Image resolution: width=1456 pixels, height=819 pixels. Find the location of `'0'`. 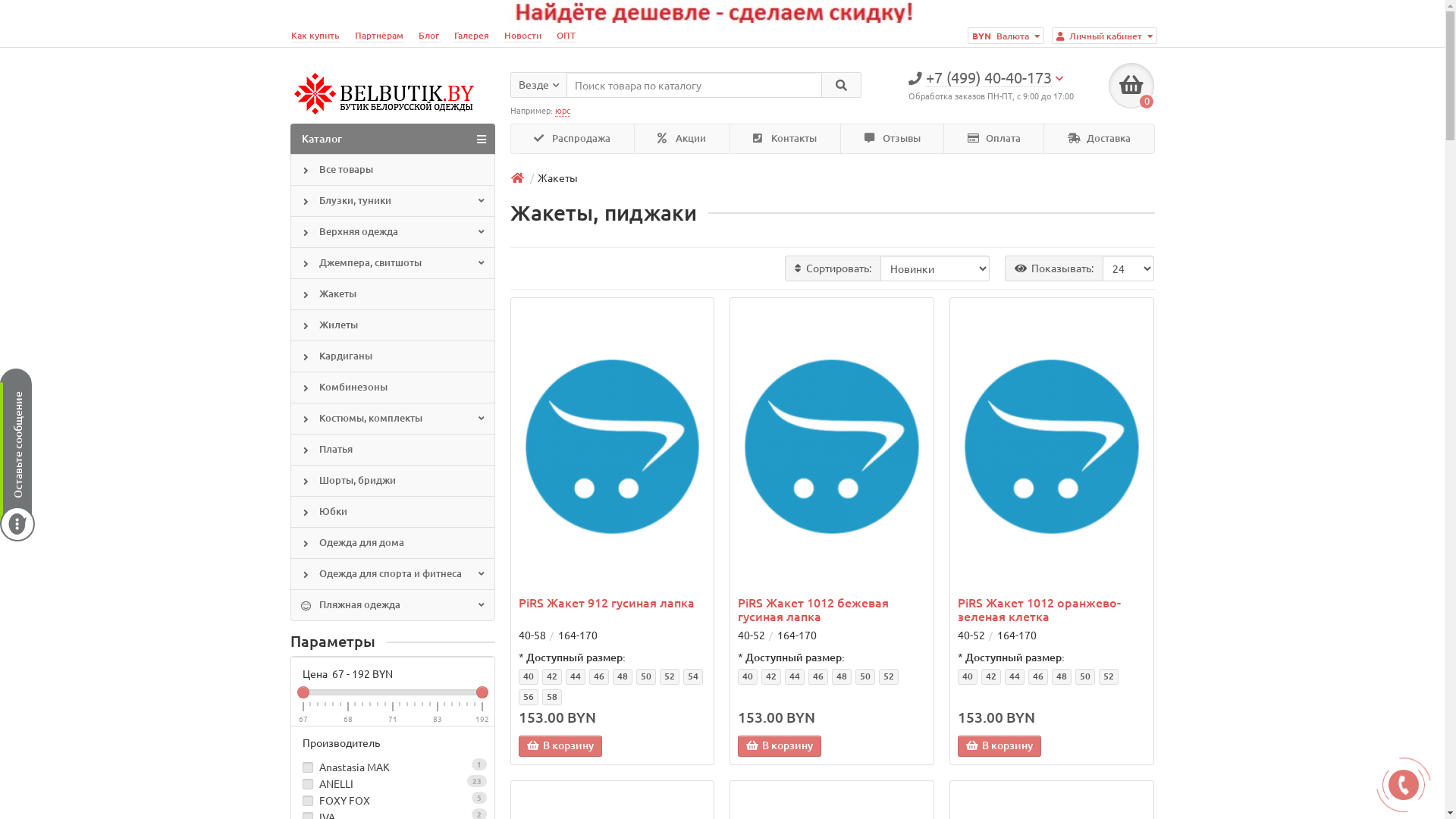

'0' is located at coordinates (1109, 85).